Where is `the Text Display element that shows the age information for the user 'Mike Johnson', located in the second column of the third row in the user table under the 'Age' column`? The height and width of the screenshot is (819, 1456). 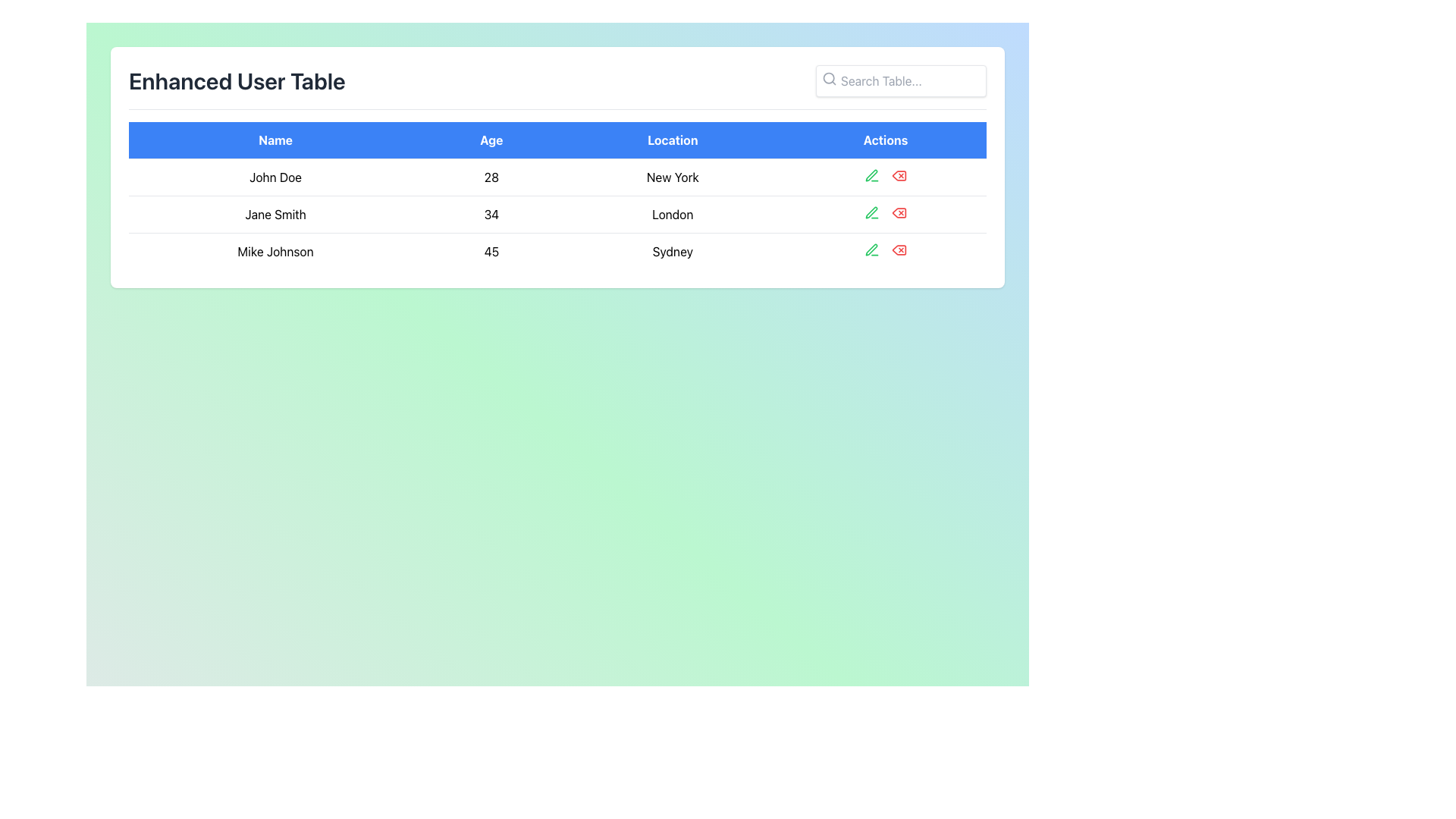 the Text Display element that shows the age information for the user 'Mike Johnson', located in the second column of the third row in the user table under the 'Age' column is located at coordinates (491, 250).